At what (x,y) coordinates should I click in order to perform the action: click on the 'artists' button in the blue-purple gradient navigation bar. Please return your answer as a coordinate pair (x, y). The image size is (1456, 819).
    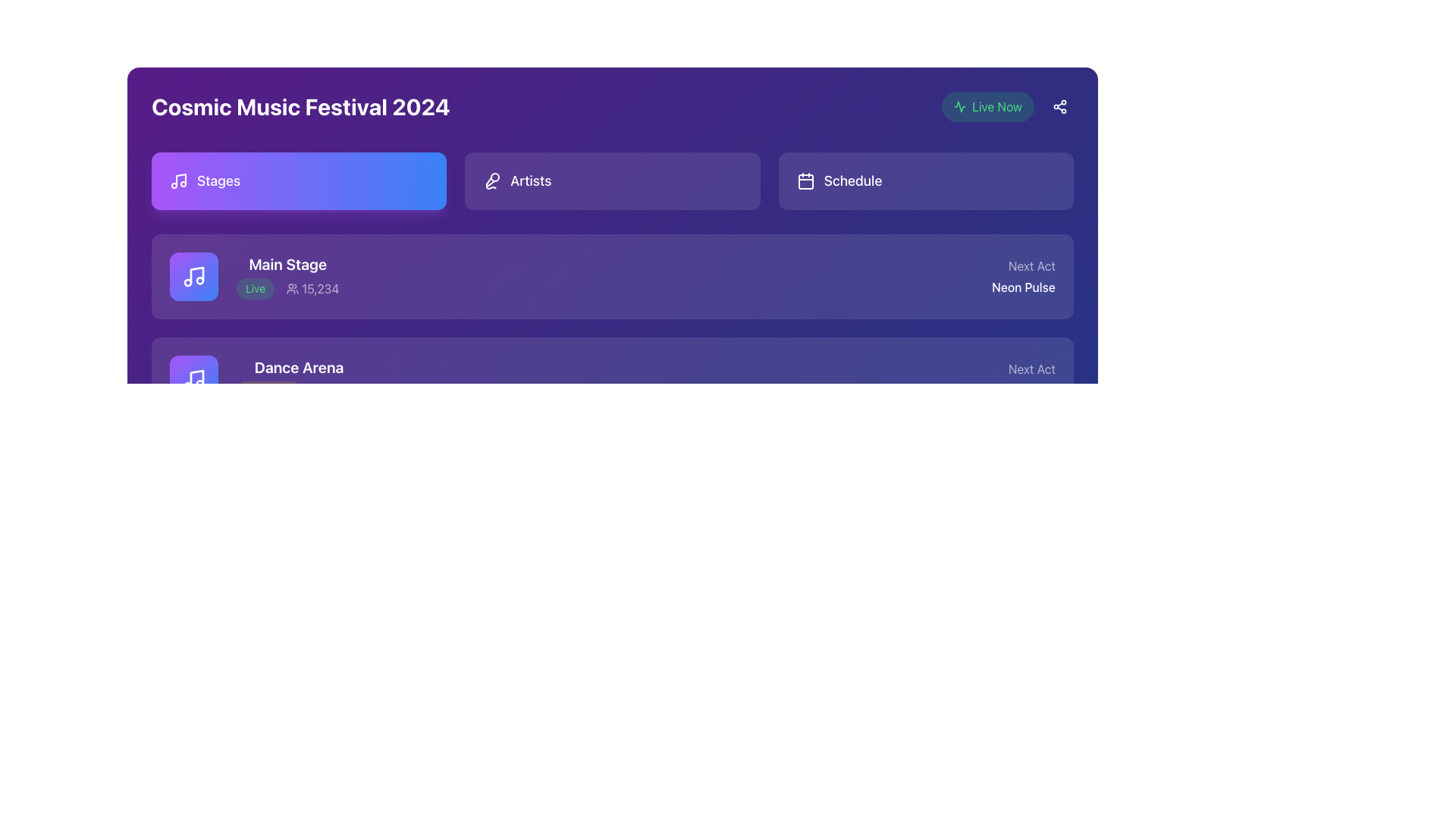
    Looking at the image, I should click on (612, 180).